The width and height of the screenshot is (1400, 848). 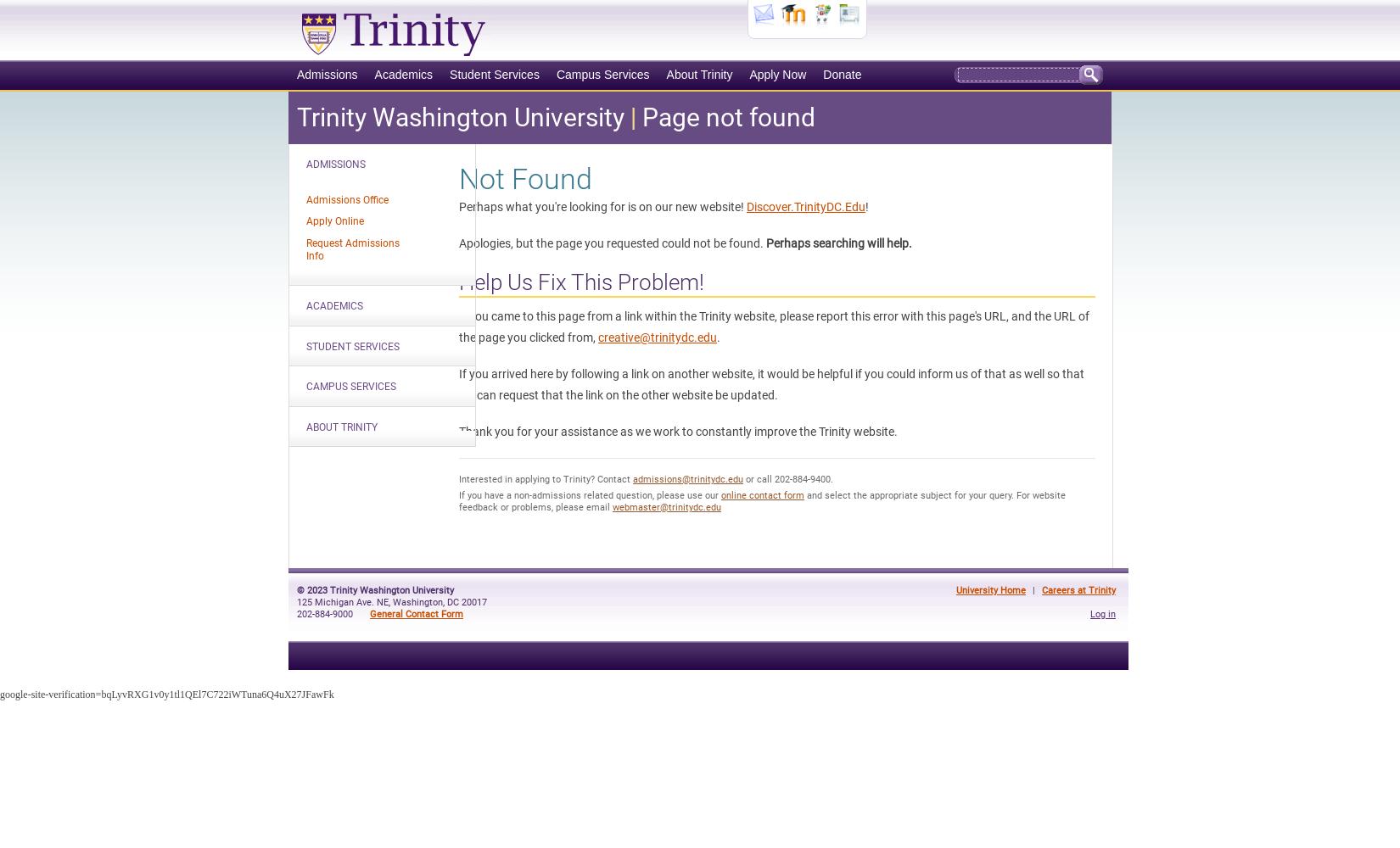 What do you see at coordinates (762, 494) in the screenshot?
I see `'online contact form'` at bounding box center [762, 494].